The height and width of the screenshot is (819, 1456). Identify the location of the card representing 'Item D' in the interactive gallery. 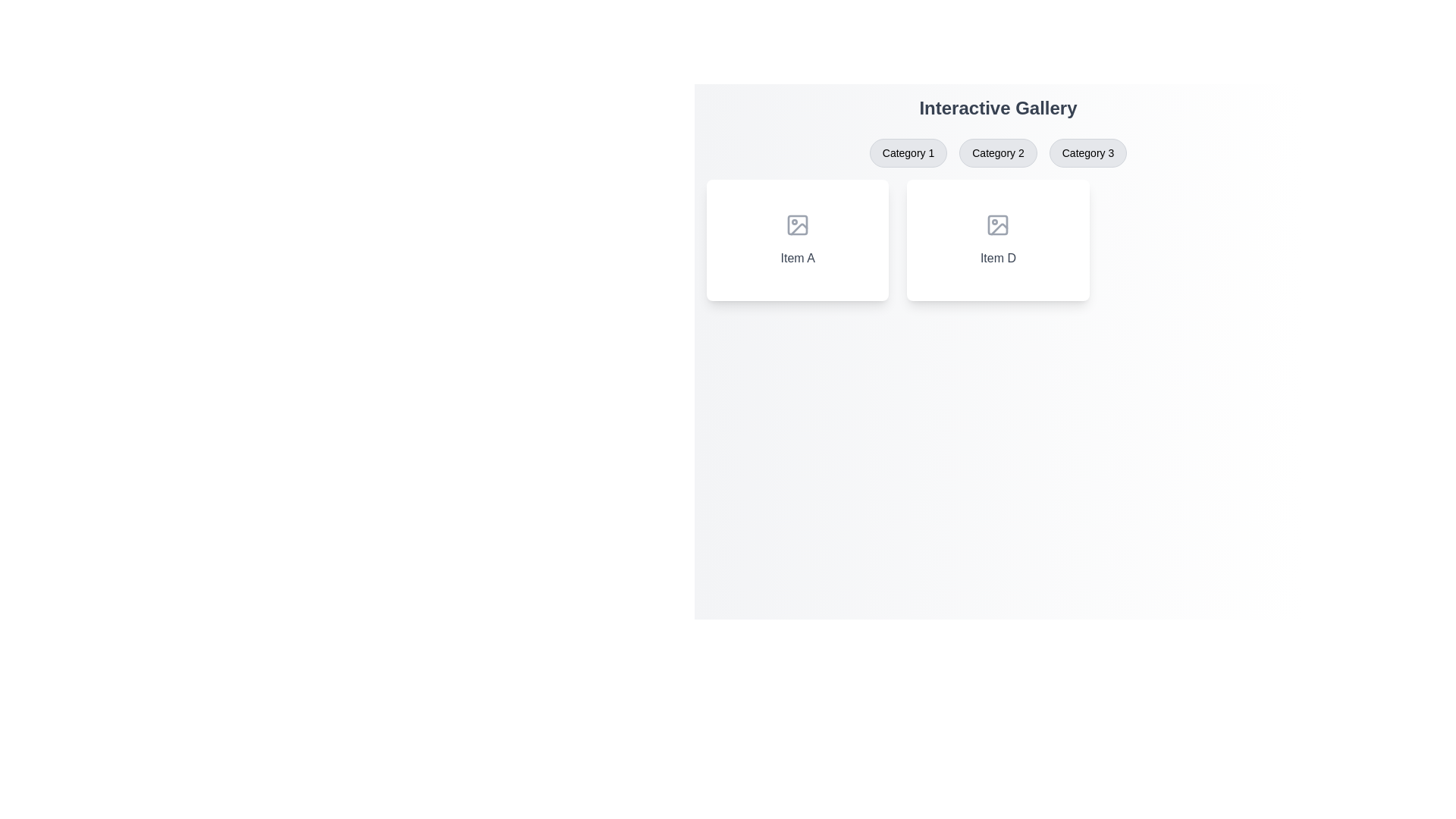
(998, 239).